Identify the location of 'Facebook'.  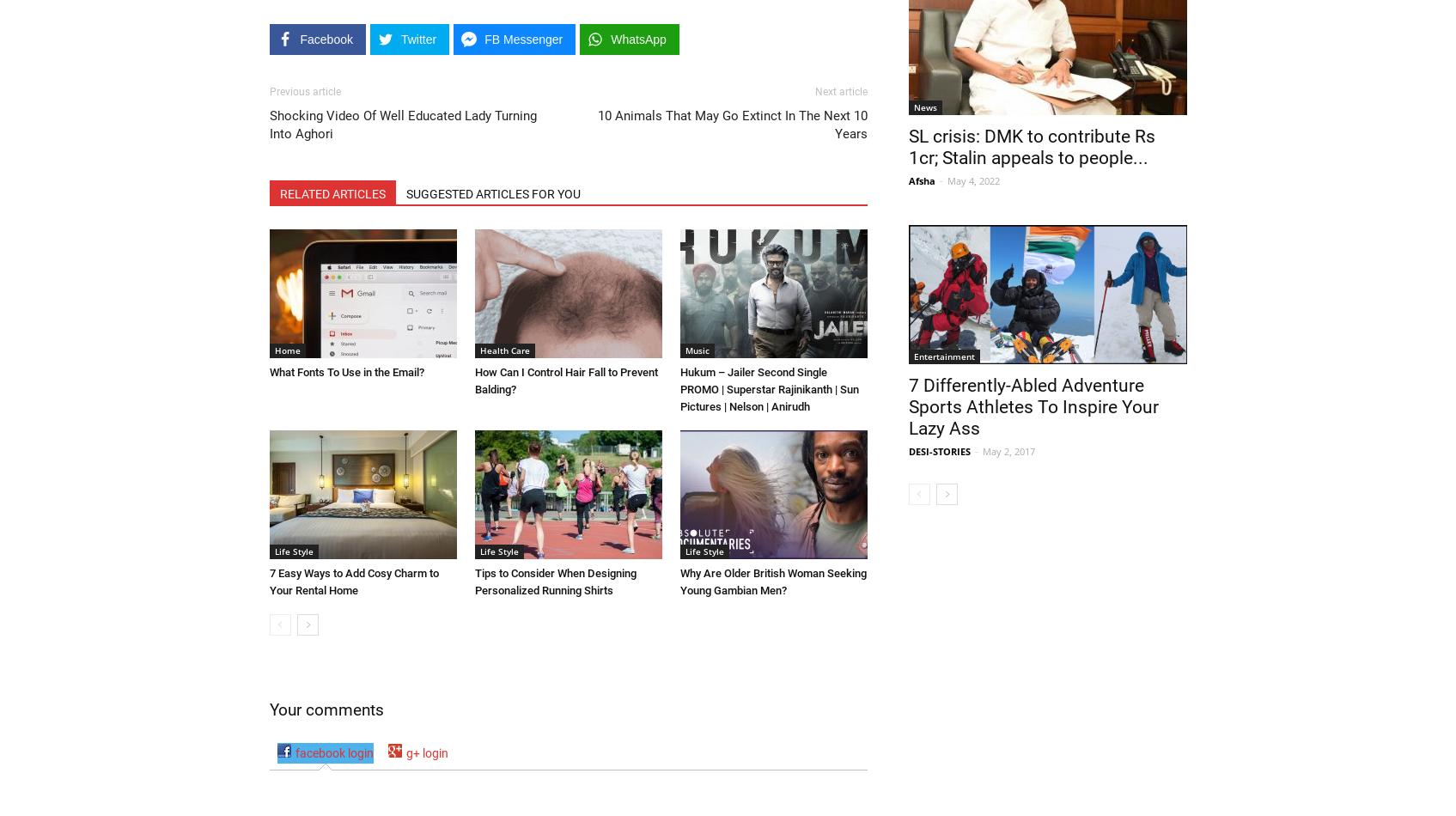
(325, 39).